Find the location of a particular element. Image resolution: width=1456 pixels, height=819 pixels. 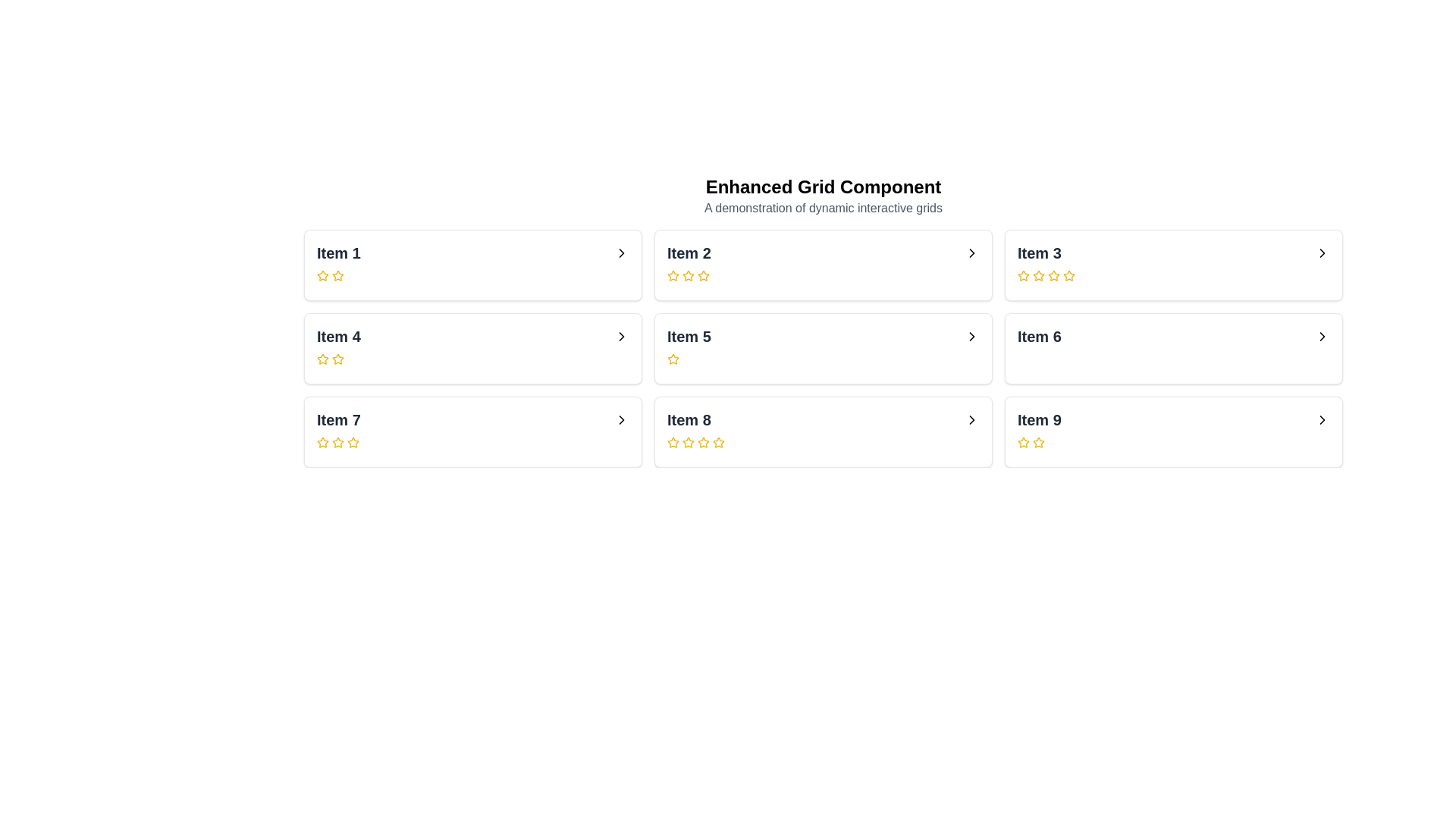

the first card in the grid layout located at the top-left corner is located at coordinates (472, 265).